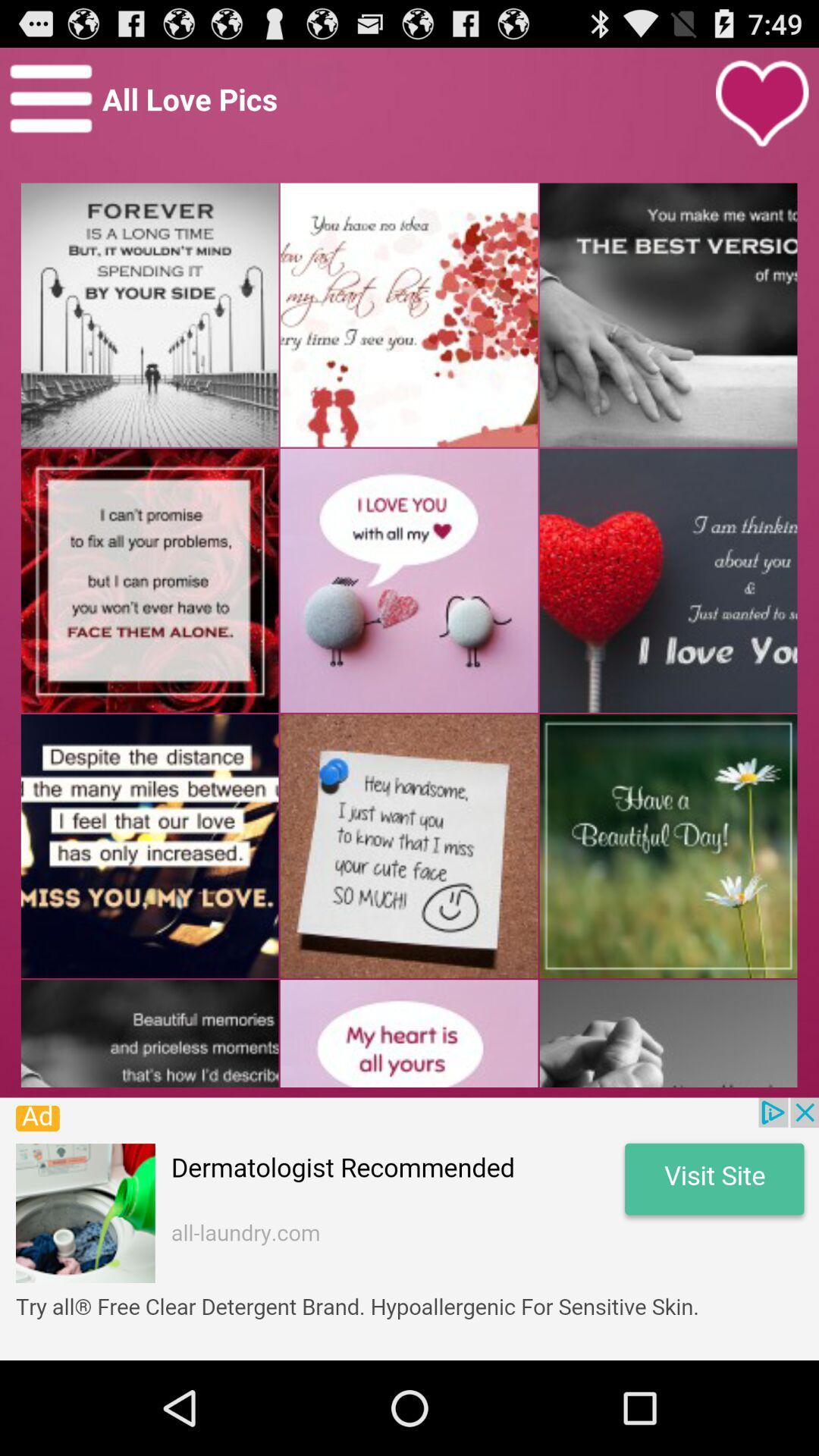 The width and height of the screenshot is (819, 1456). Describe the element at coordinates (762, 103) in the screenshot. I see `it` at that location.